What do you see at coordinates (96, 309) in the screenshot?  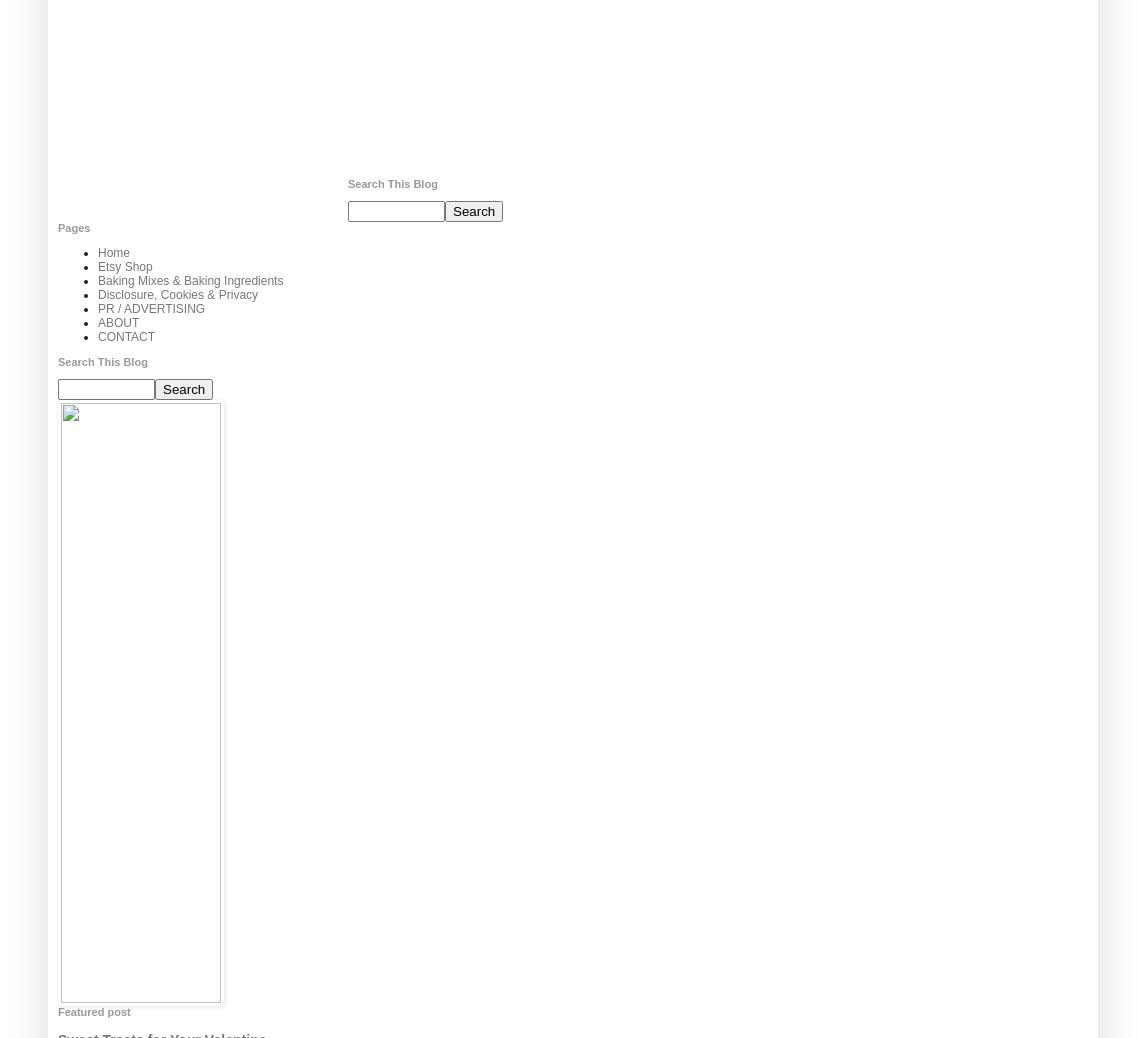 I see `'PR / ADVERTISING'` at bounding box center [96, 309].